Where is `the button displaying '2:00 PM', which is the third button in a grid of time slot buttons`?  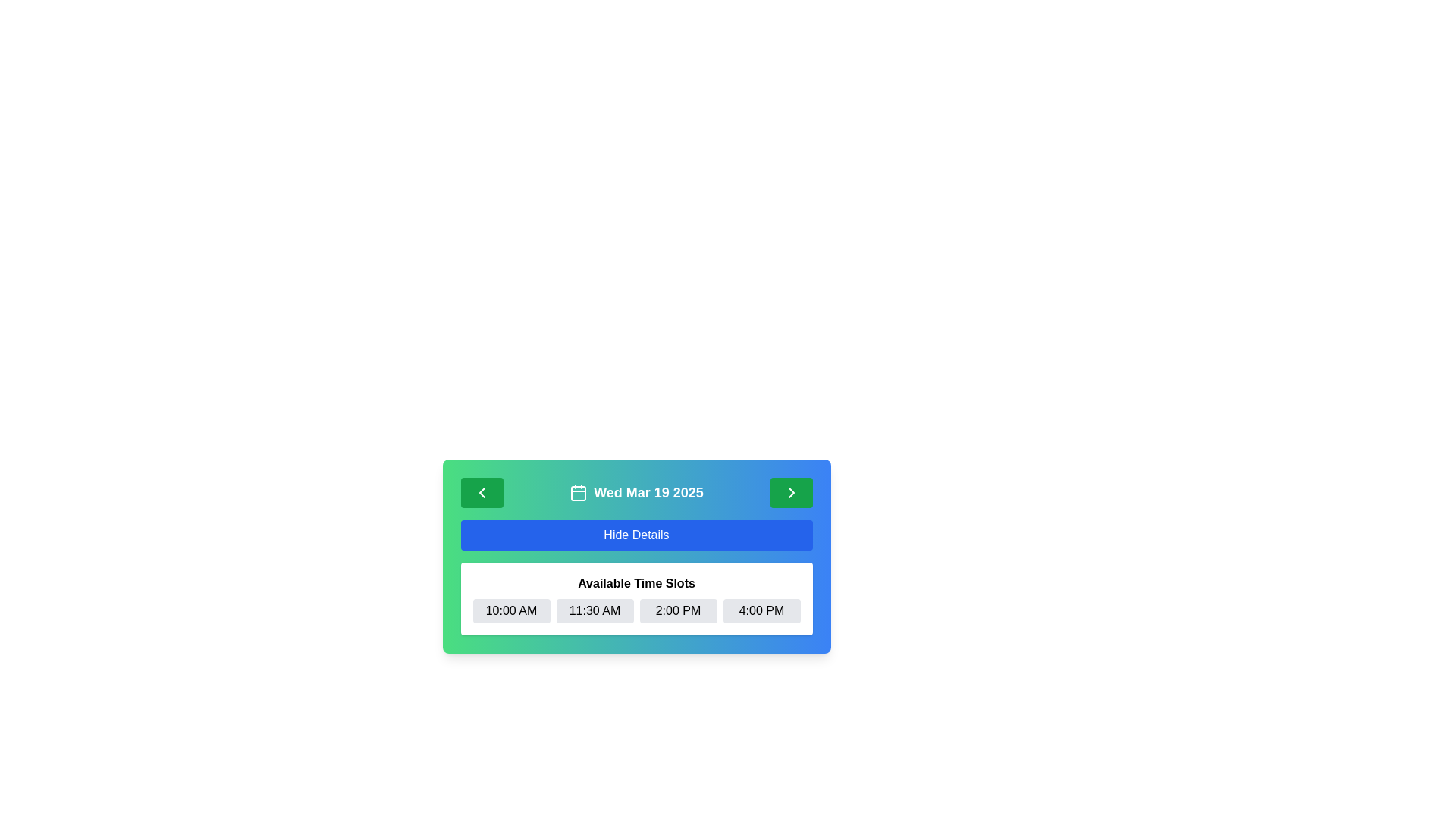
the button displaying '2:00 PM', which is the third button in a grid of time slot buttons is located at coordinates (677, 610).